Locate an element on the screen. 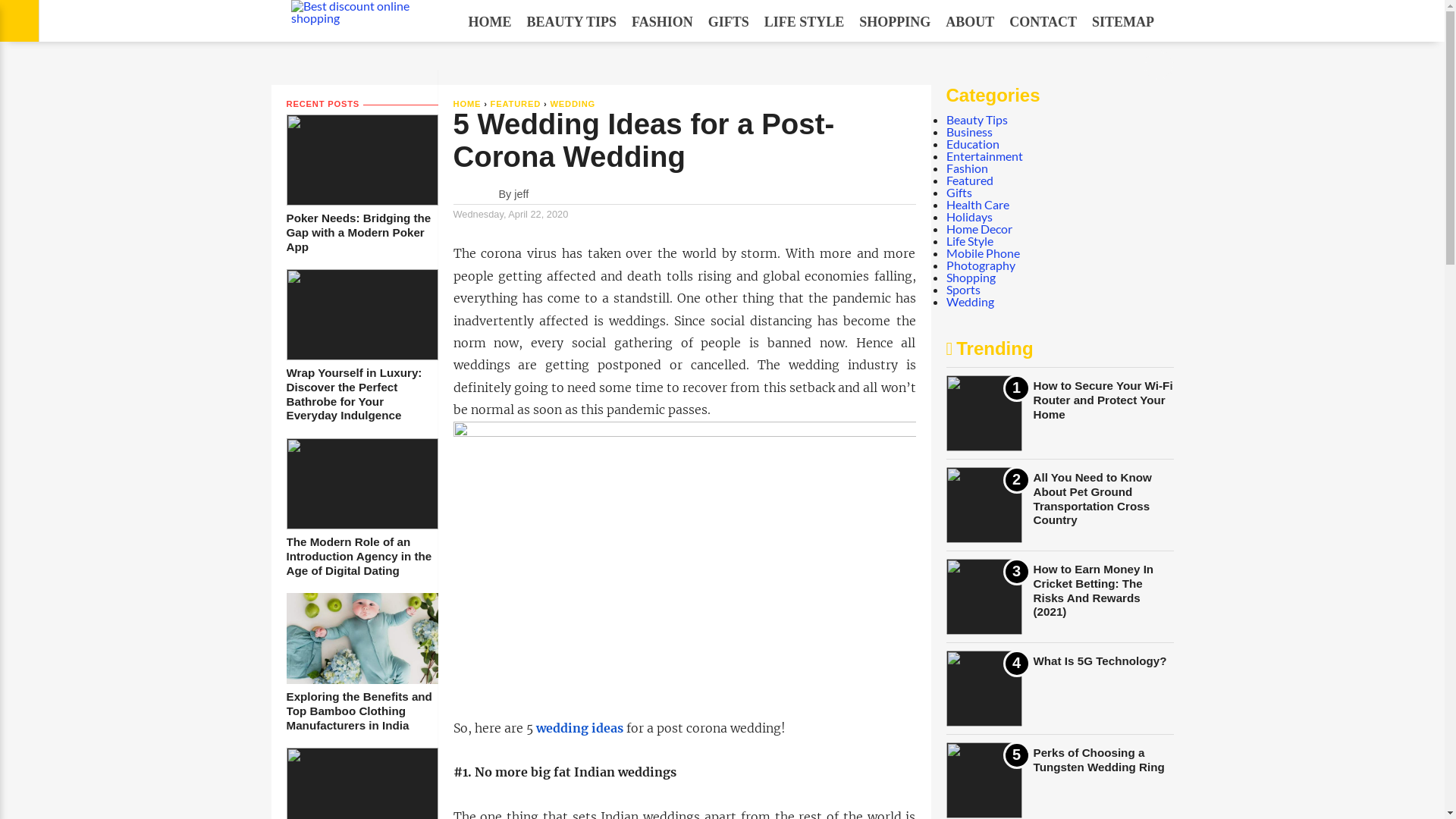 The height and width of the screenshot is (819, 1456). 'Education' is located at coordinates (972, 143).